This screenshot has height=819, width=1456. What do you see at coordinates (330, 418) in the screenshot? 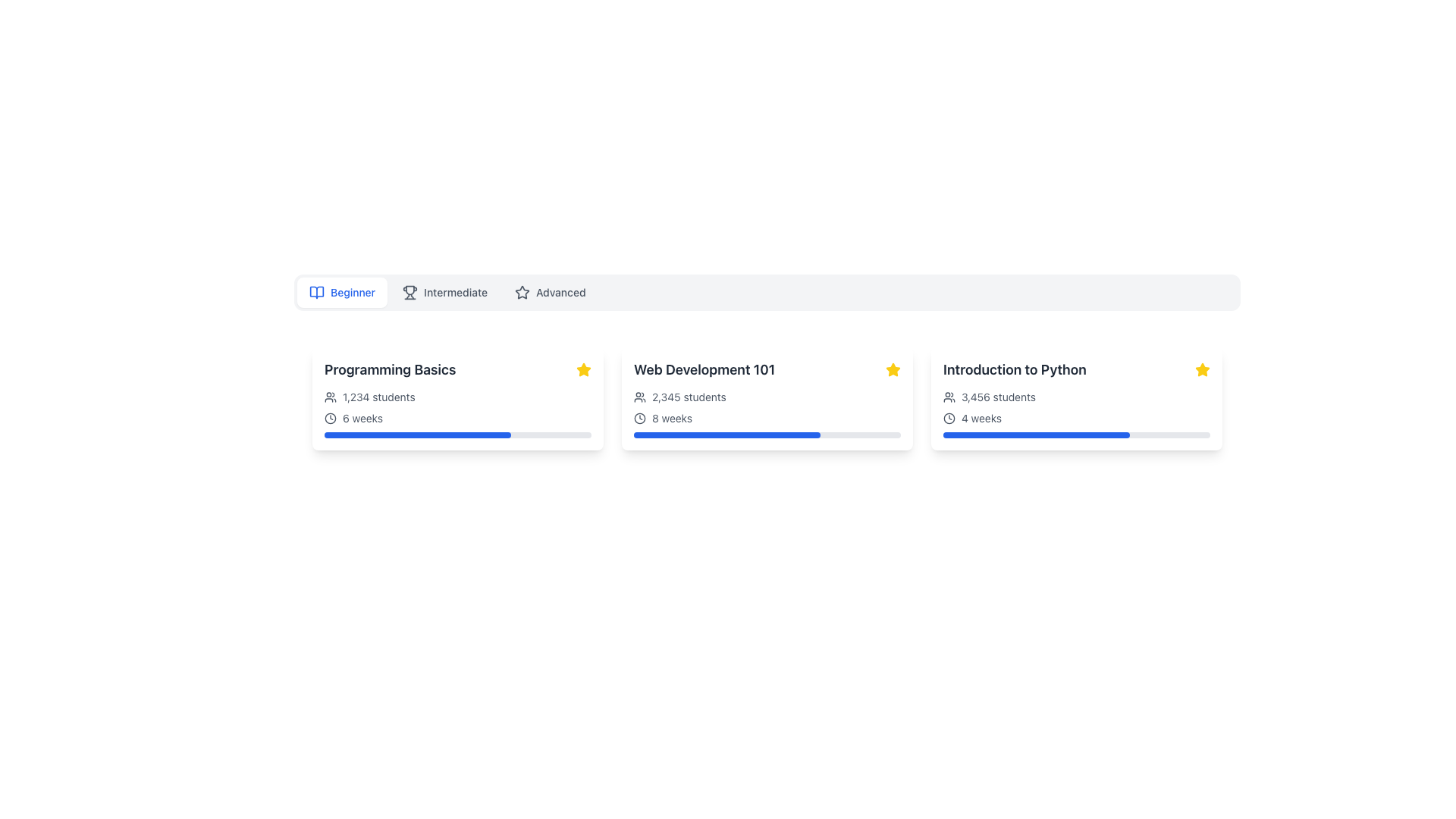
I see `the circular base of the clock face located in the clock icon next to '6 weeks' under the 'Programming Basics' card` at bounding box center [330, 418].